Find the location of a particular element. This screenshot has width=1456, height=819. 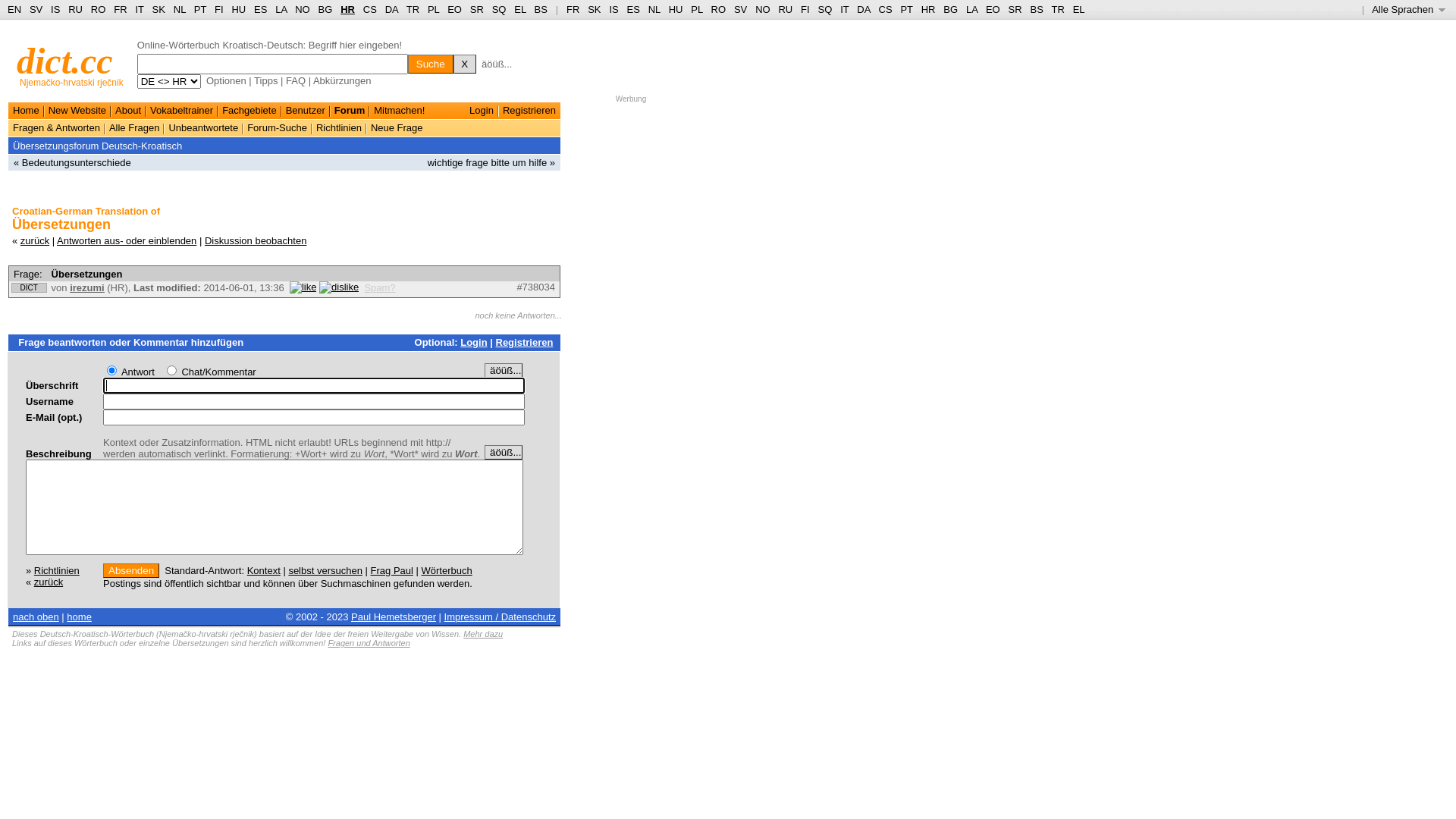

'LA' is located at coordinates (281, 9).